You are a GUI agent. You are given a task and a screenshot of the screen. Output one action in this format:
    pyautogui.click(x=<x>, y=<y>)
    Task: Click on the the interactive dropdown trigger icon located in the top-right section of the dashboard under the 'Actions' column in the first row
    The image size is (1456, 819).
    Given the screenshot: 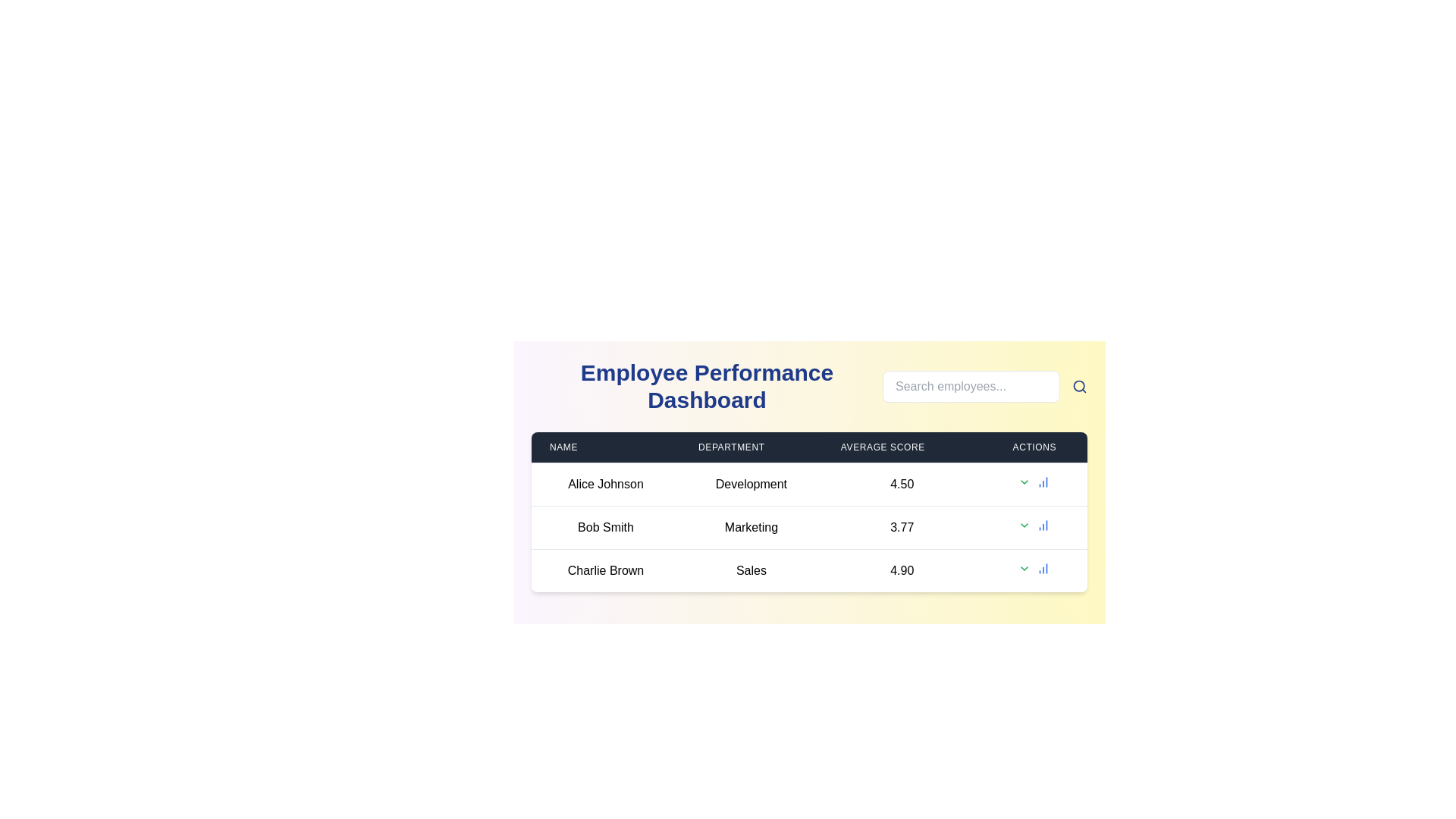 What is the action you would take?
    pyautogui.click(x=1025, y=482)
    